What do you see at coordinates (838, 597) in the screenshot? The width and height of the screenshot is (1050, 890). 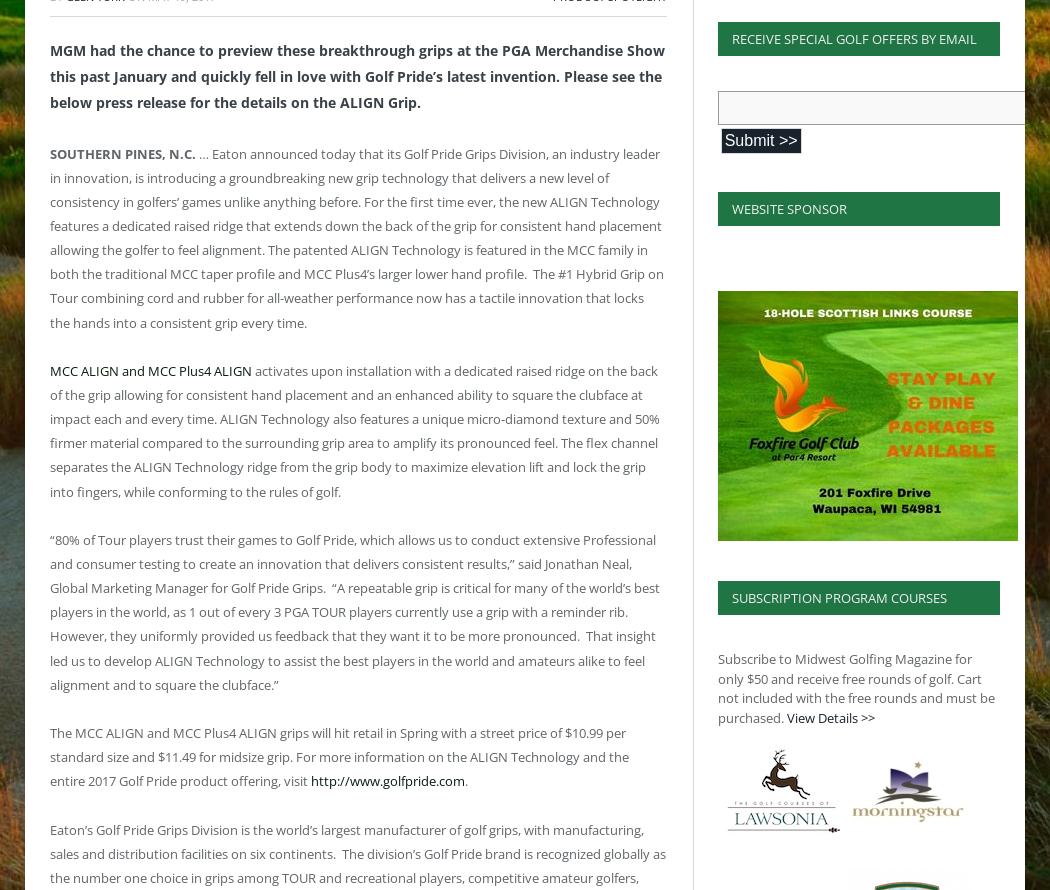 I see `'Subscription Program Courses'` at bounding box center [838, 597].